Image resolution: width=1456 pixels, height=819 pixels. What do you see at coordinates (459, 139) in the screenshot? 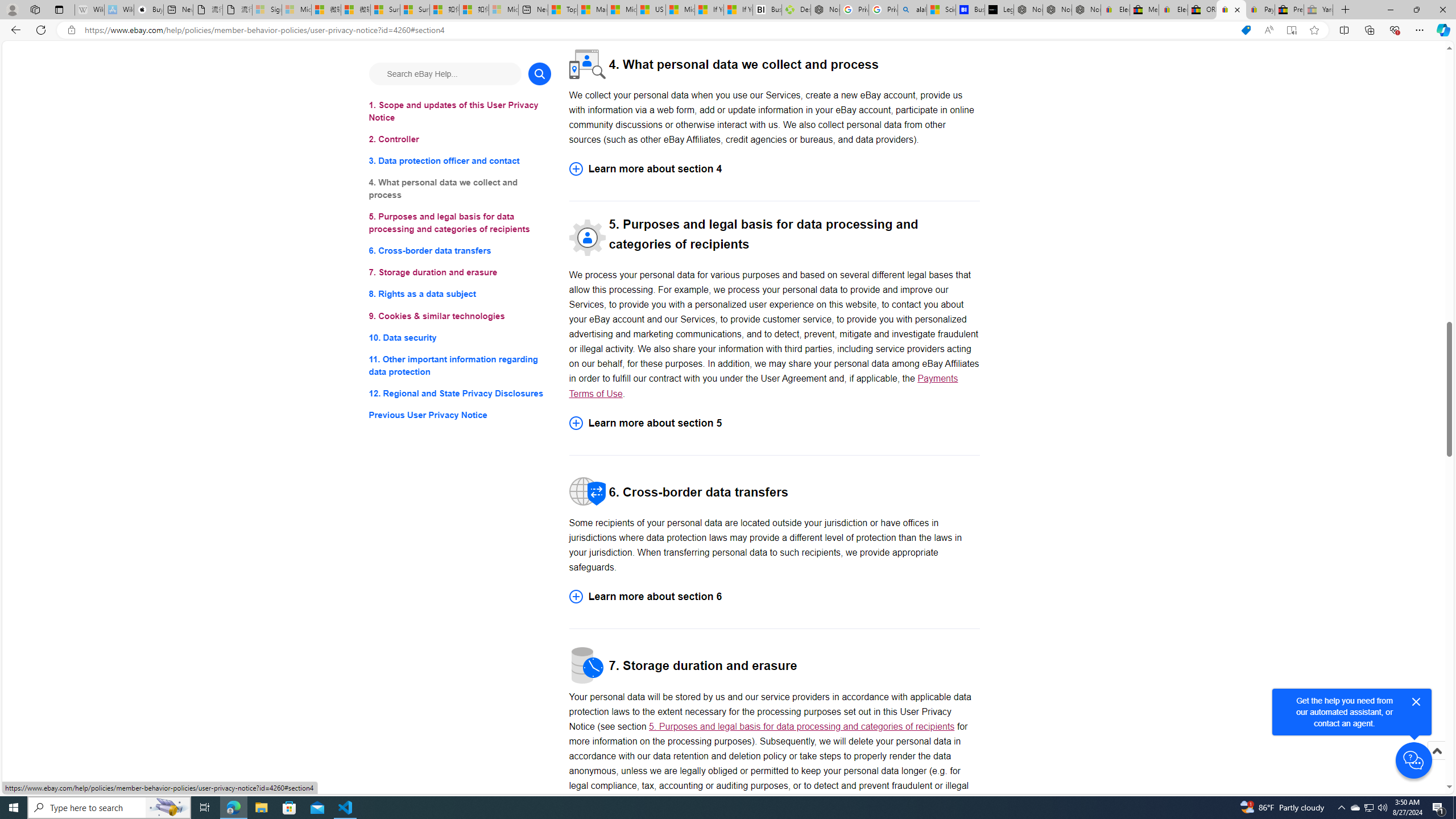
I see `'2. Controller'` at bounding box center [459, 139].